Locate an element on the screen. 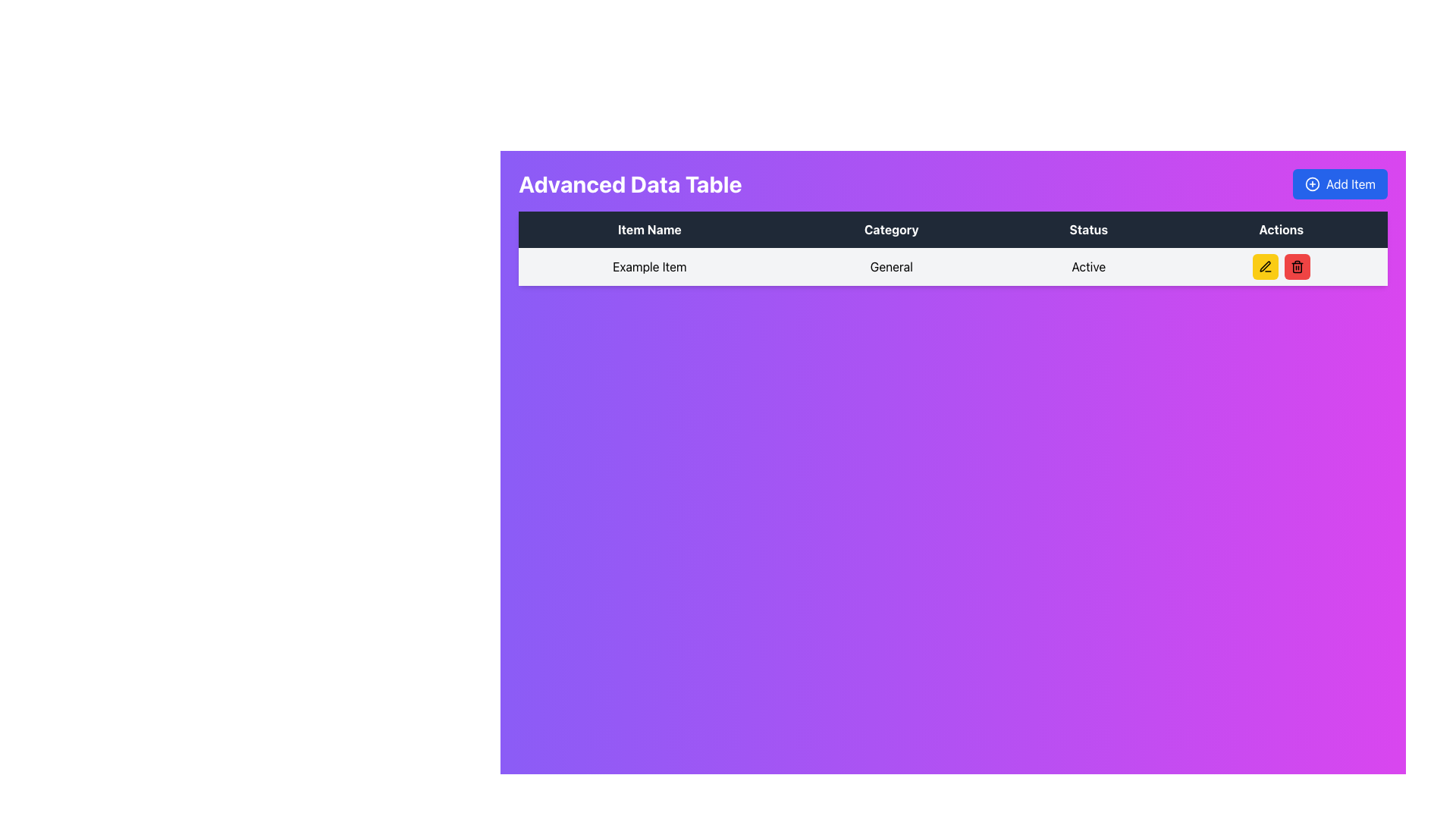  the Text label in the first column of the data row that displays the 'Item Name' for an item in the table is located at coordinates (649, 265).